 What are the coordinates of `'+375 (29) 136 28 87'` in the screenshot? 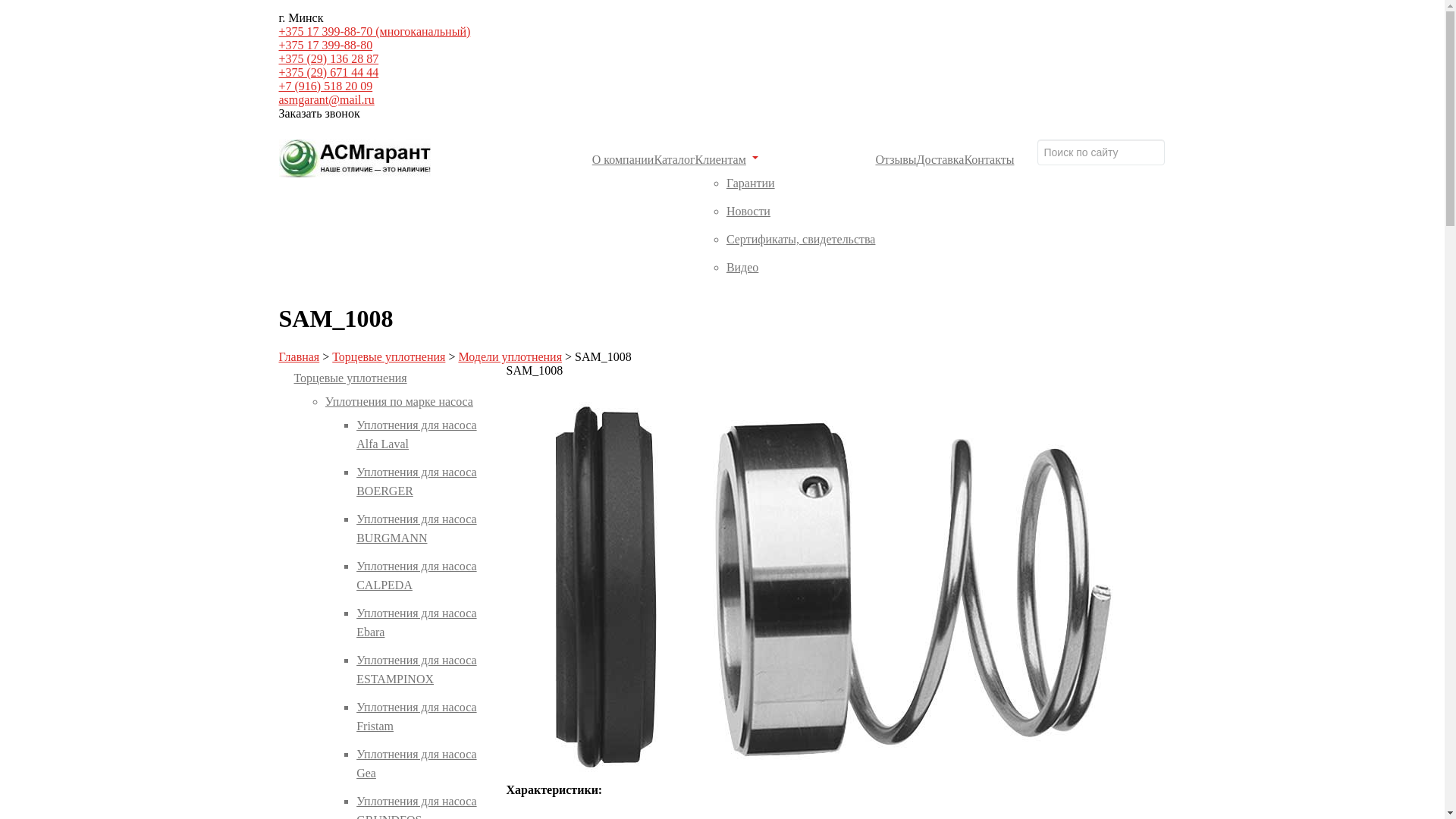 It's located at (328, 58).